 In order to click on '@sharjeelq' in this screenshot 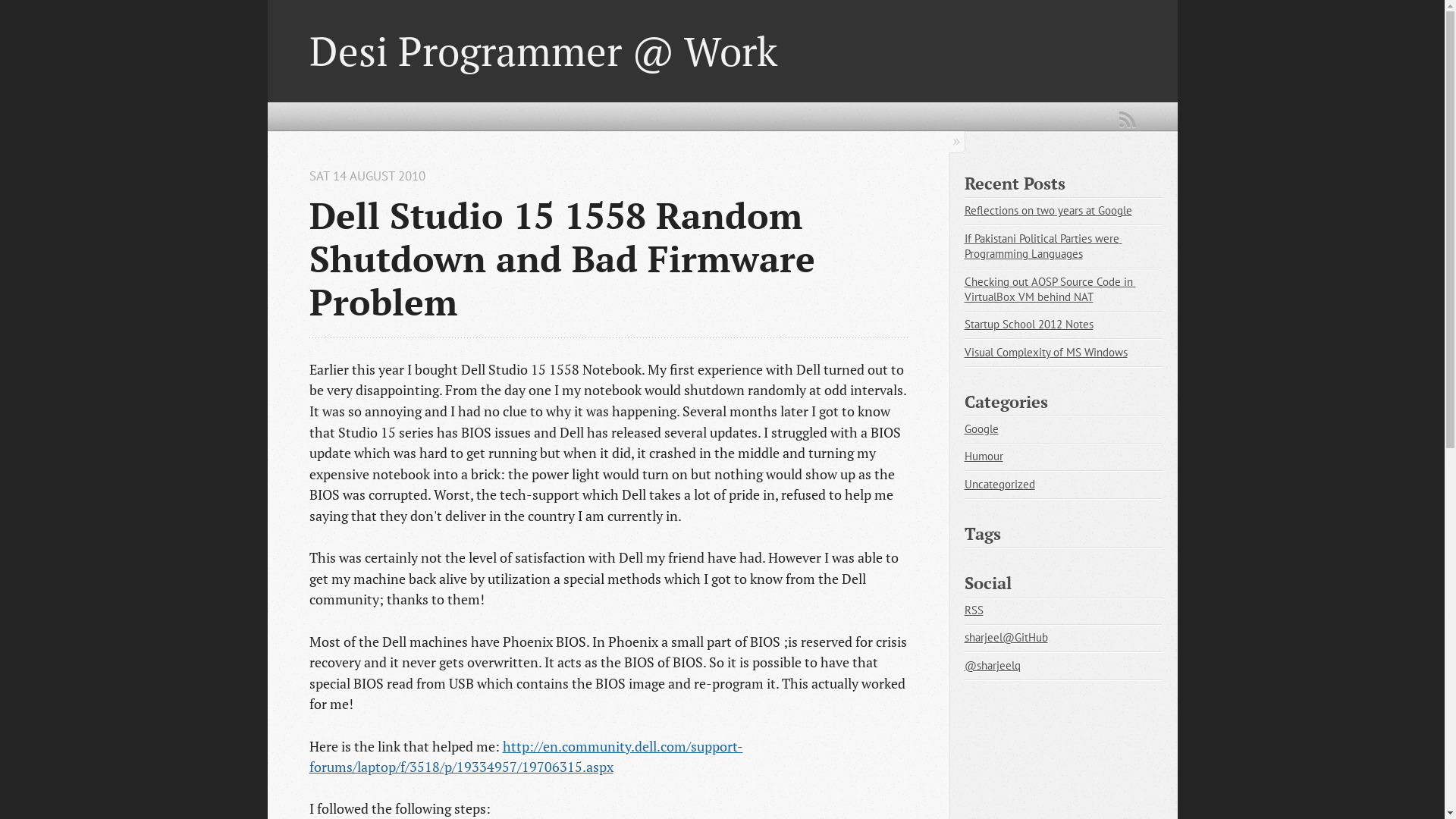, I will do `click(964, 664)`.